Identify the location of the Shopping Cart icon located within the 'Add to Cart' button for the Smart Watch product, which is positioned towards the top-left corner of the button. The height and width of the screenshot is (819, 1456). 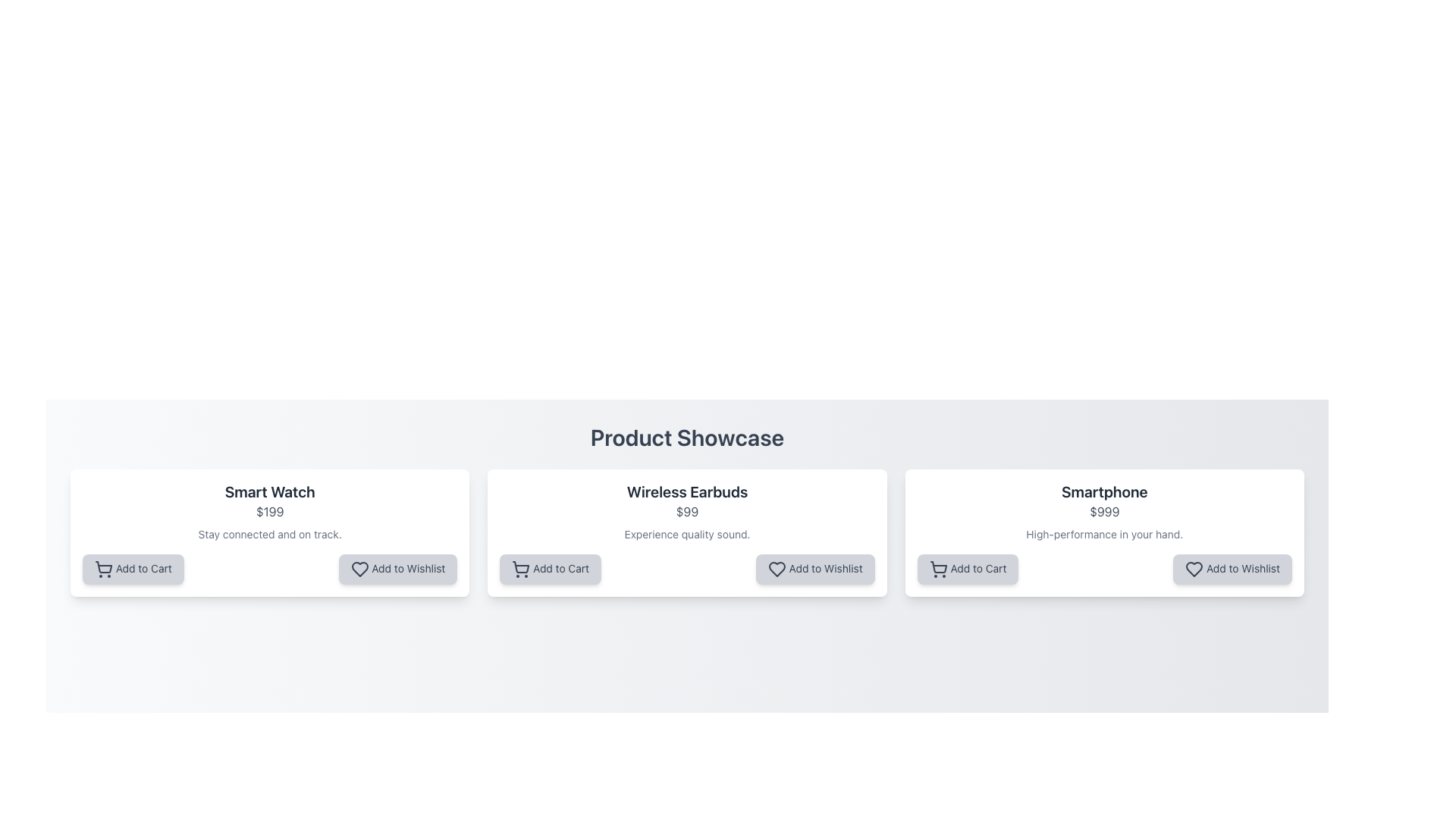
(103, 567).